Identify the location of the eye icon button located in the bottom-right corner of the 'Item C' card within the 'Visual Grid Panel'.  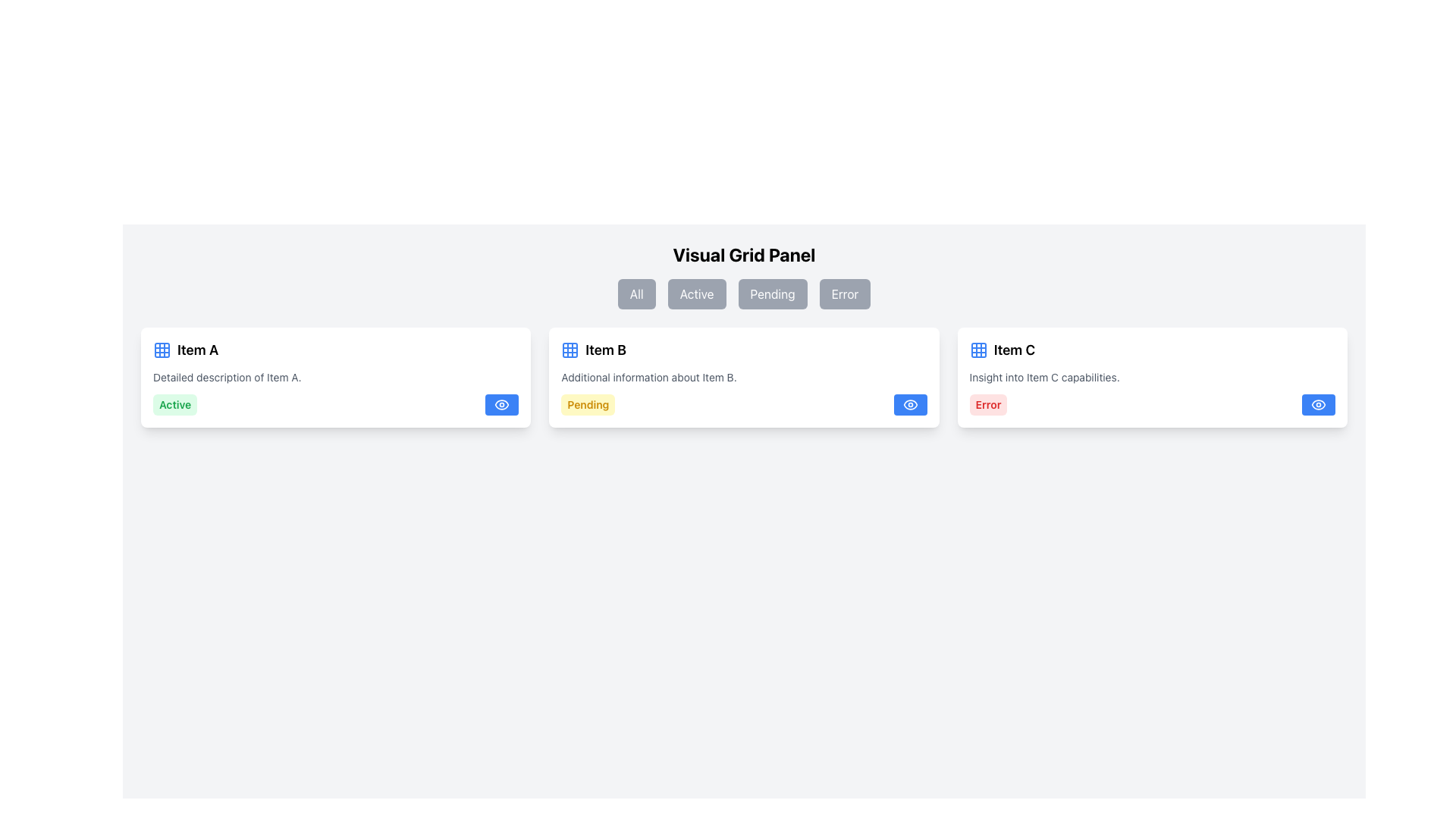
(1317, 403).